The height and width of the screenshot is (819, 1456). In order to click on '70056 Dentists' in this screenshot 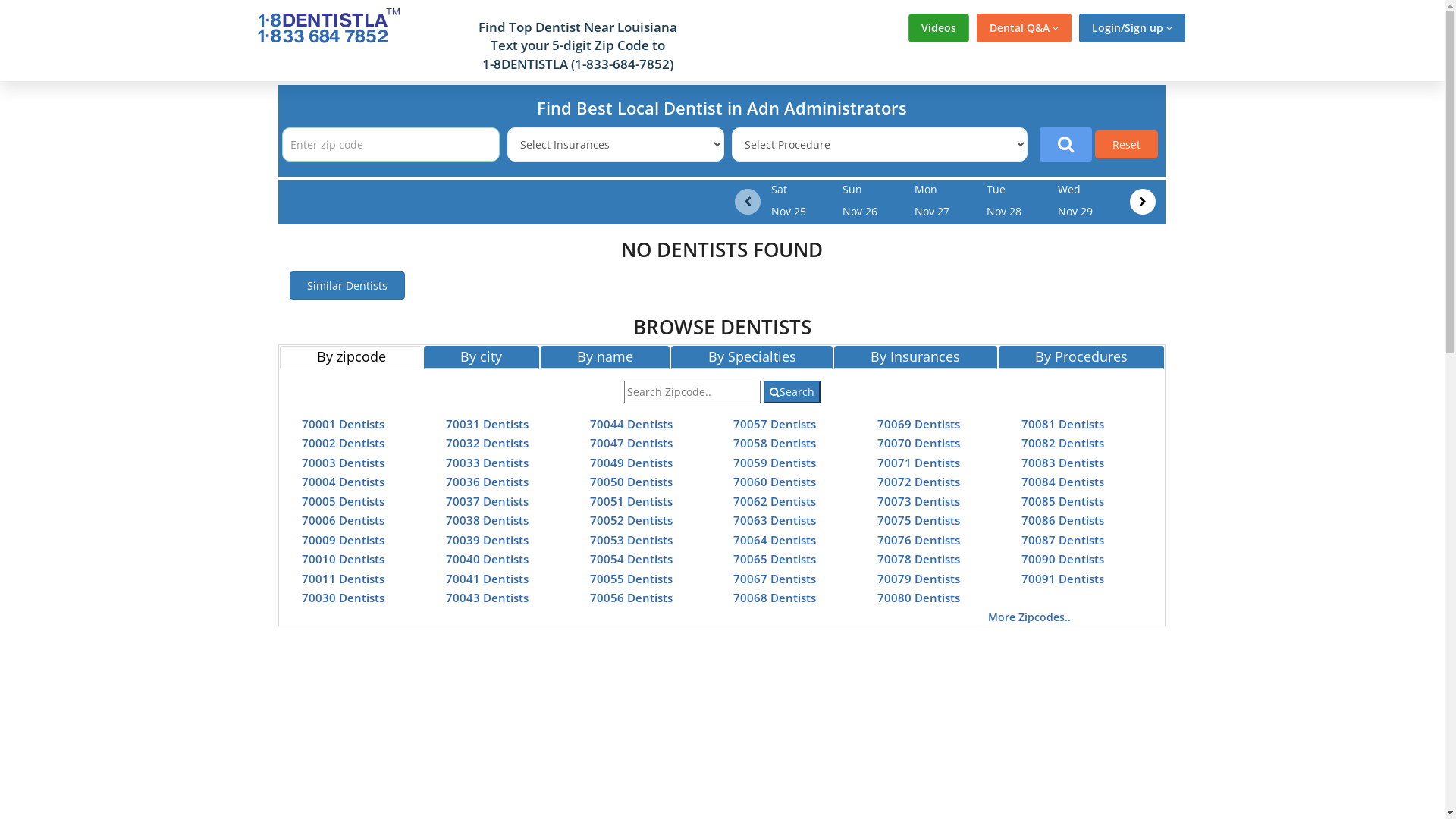, I will do `click(588, 596)`.